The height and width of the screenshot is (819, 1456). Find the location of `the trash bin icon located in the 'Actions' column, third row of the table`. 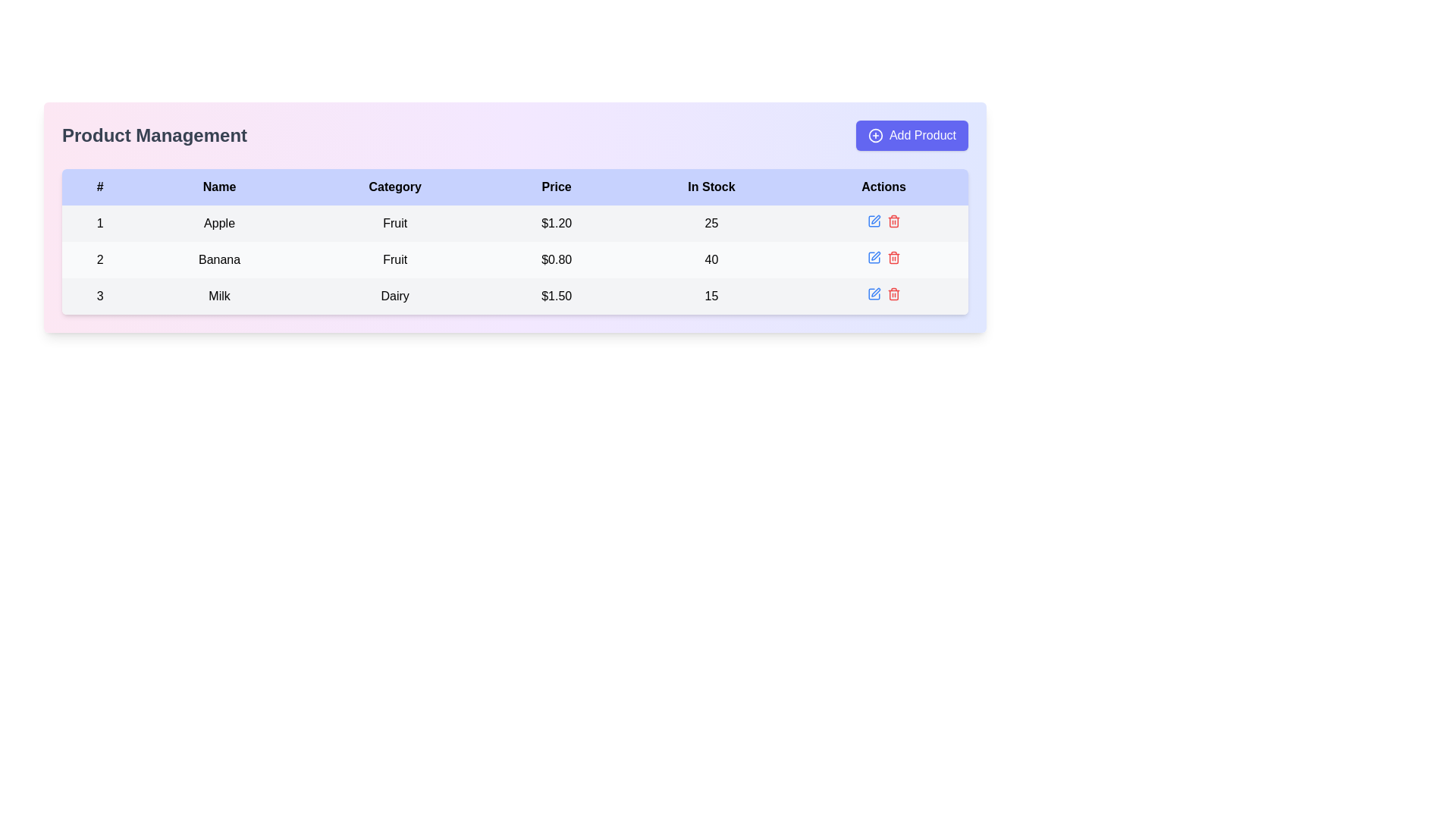

the trash bin icon located in the 'Actions' column, third row of the table is located at coordinates (893, 222).